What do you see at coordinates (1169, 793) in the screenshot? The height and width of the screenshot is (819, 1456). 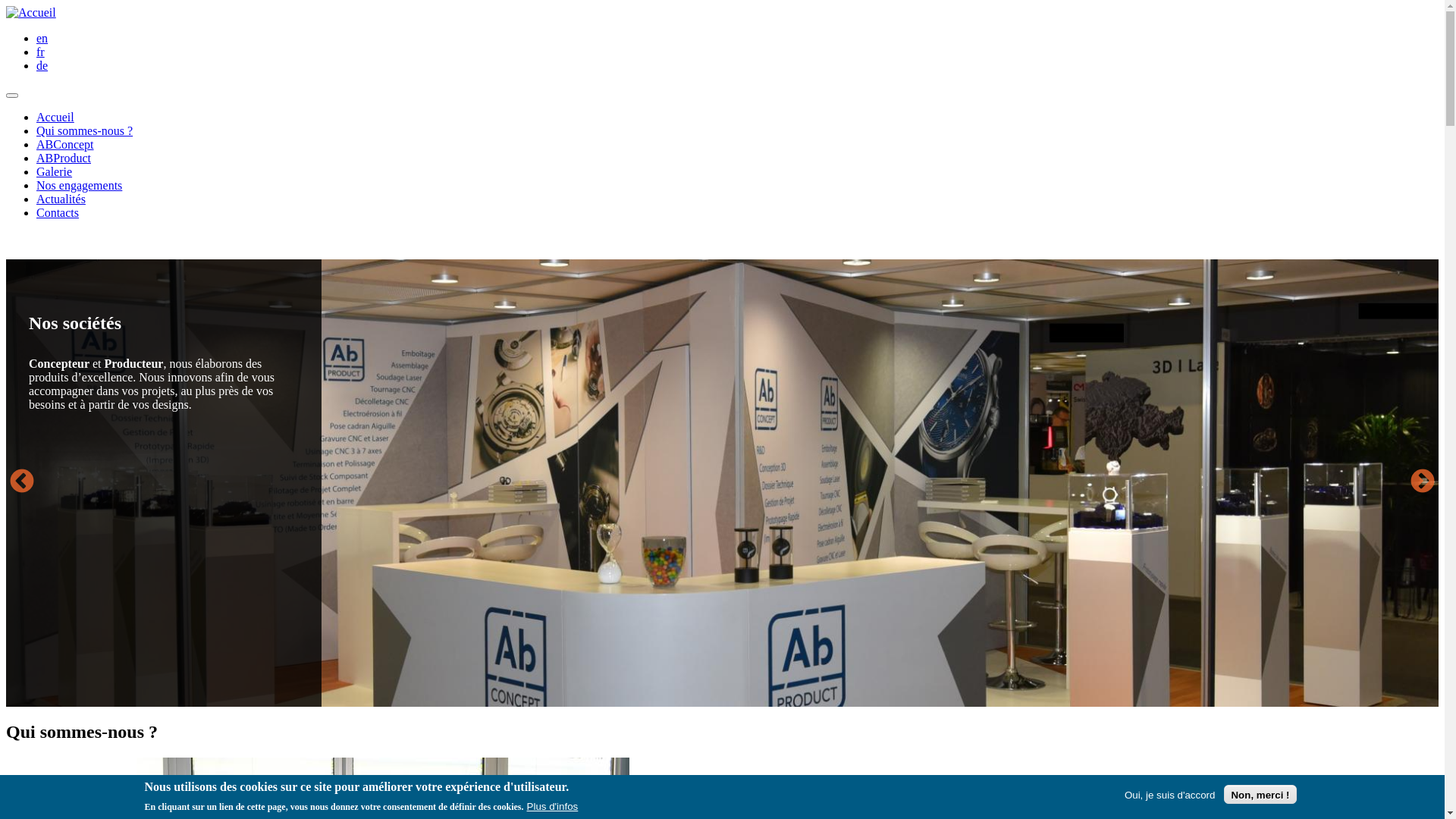 I see `'Oui, je suis d'accord'` at bounding box center [1169, 793].